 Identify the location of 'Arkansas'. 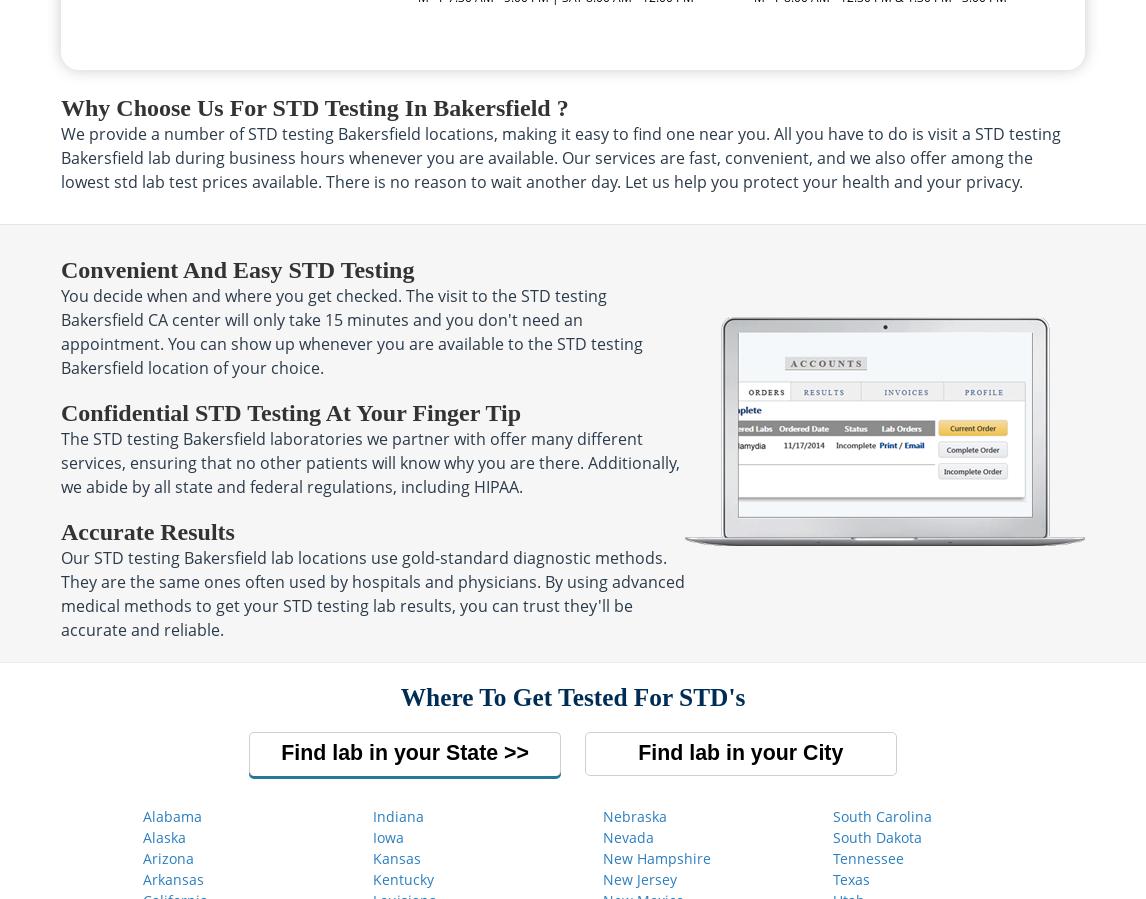
(173, 878).